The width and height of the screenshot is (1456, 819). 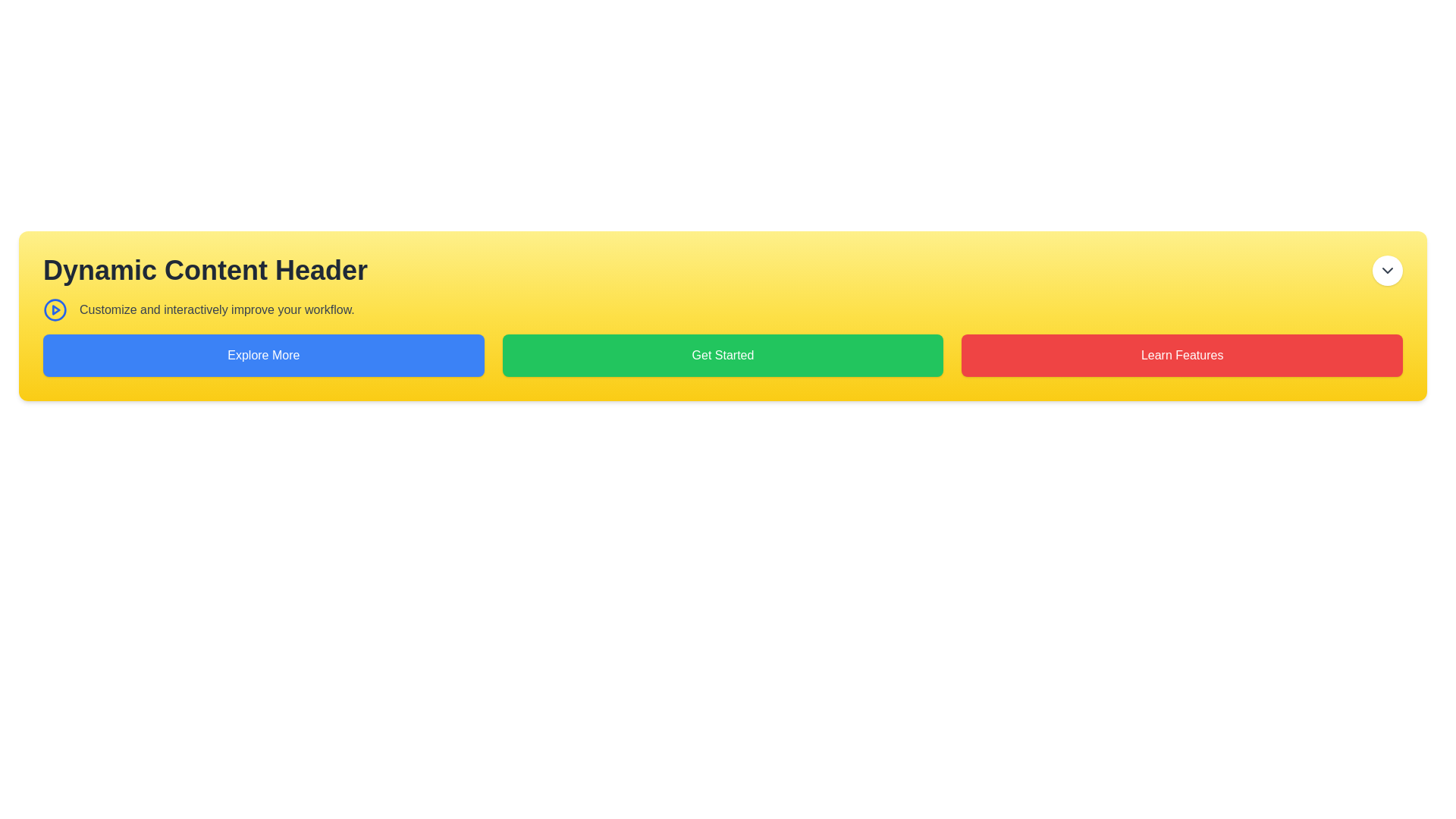 What do you see at coordinates (722, 356) in the screenshot?
I see `the 'Get Started' button, which is the second button in a horizontal layout, positioned between 'Explore More' and 'Learn Features'` at bounding box center [722, 356].